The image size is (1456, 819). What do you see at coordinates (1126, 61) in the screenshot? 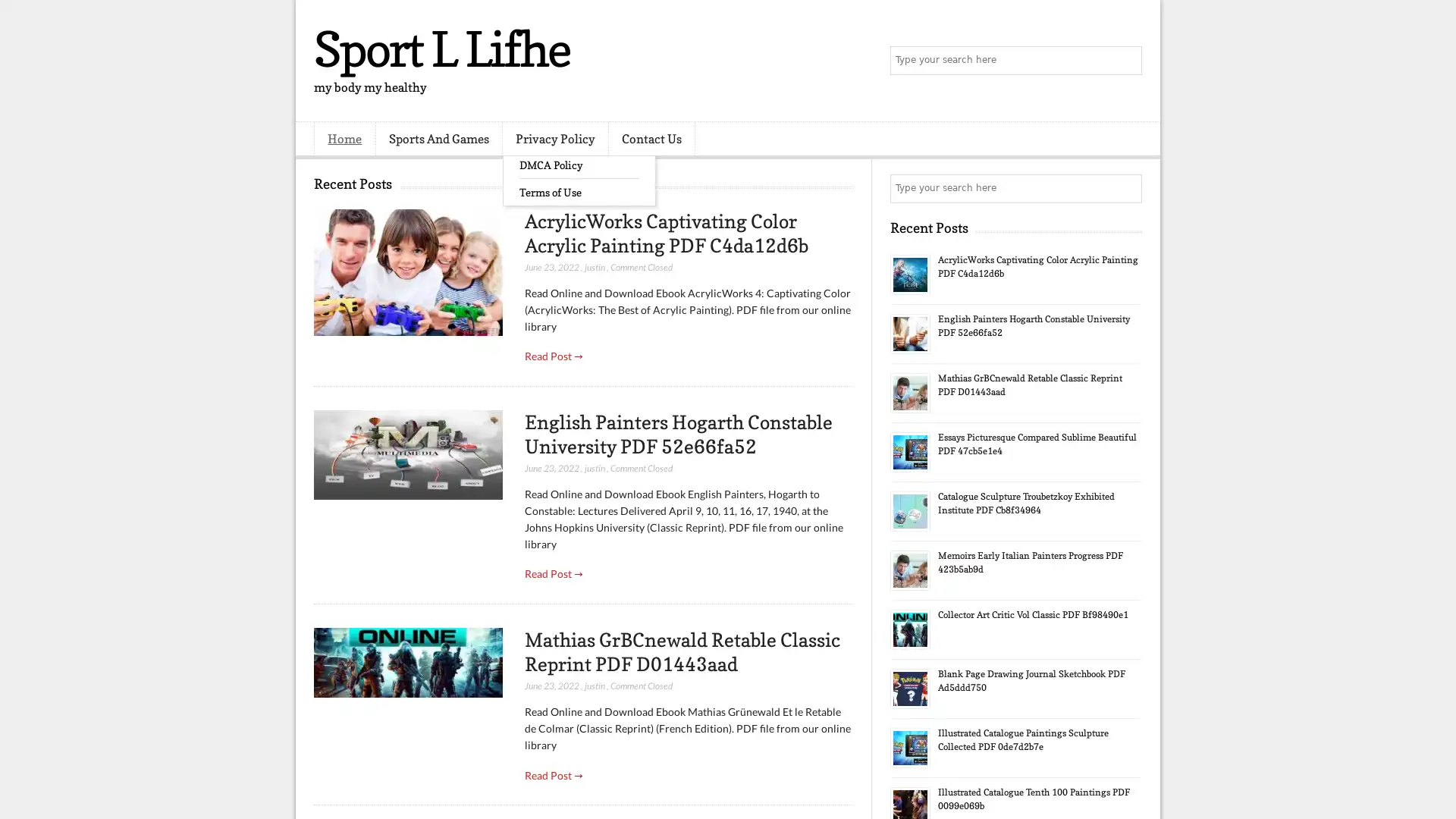
I see `Search` at bounding box center [1126, 61].